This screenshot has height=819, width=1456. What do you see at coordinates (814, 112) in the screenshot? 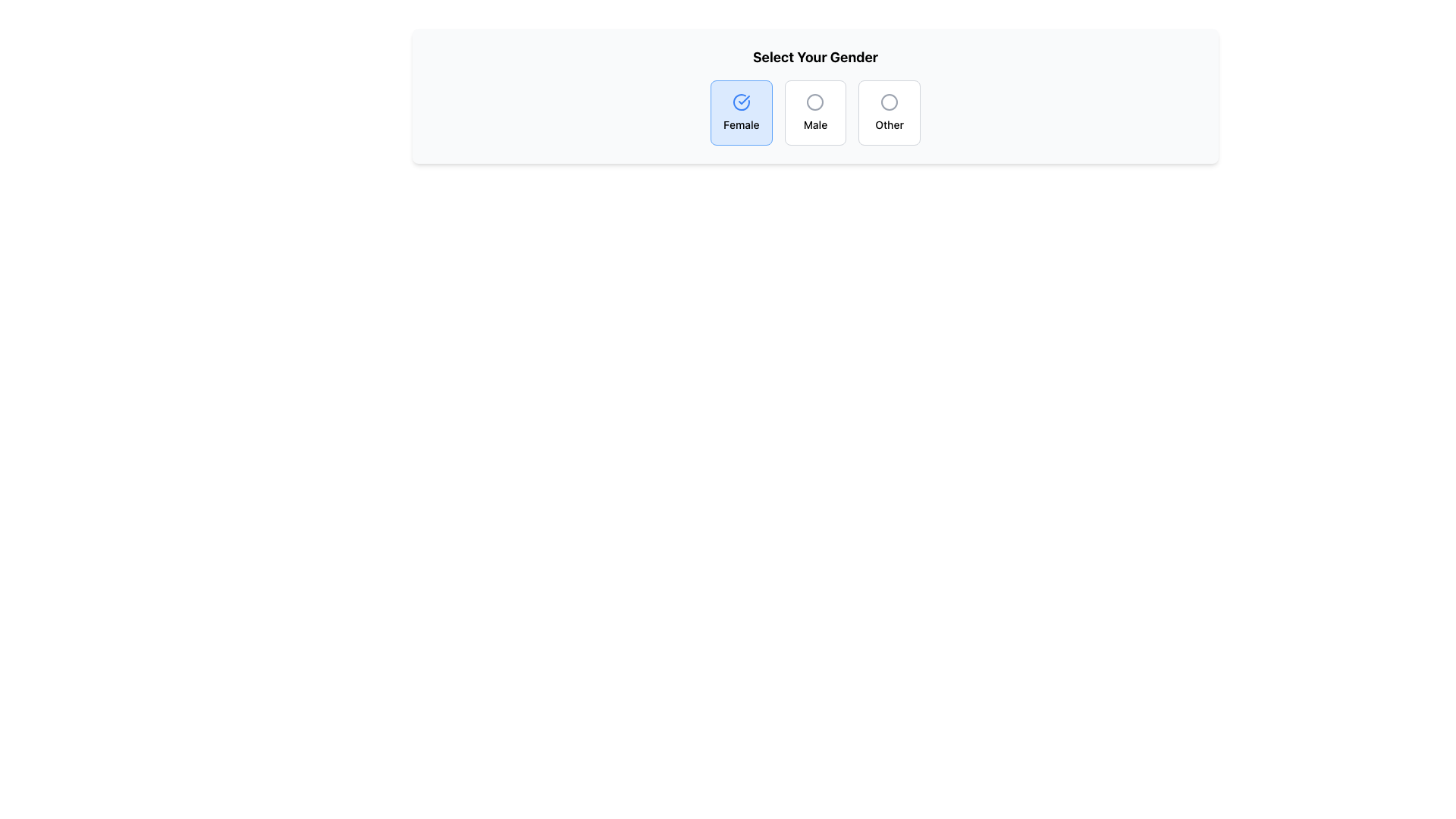
I see `the 'Male' gender selection card in the grid of button cards for hover effects` at bounding box center [814, 112].